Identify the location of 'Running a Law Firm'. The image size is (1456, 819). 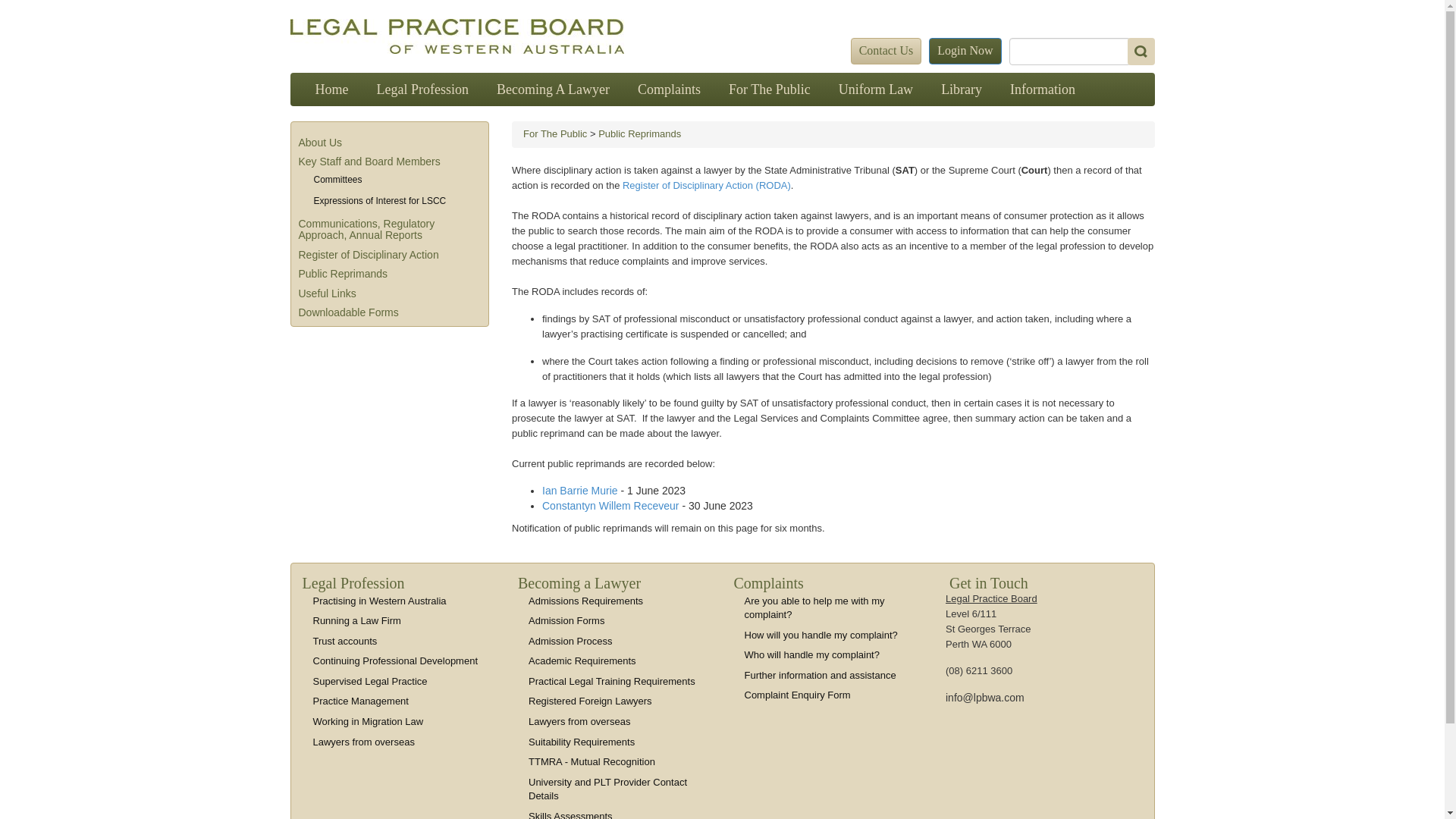
(356, 620).